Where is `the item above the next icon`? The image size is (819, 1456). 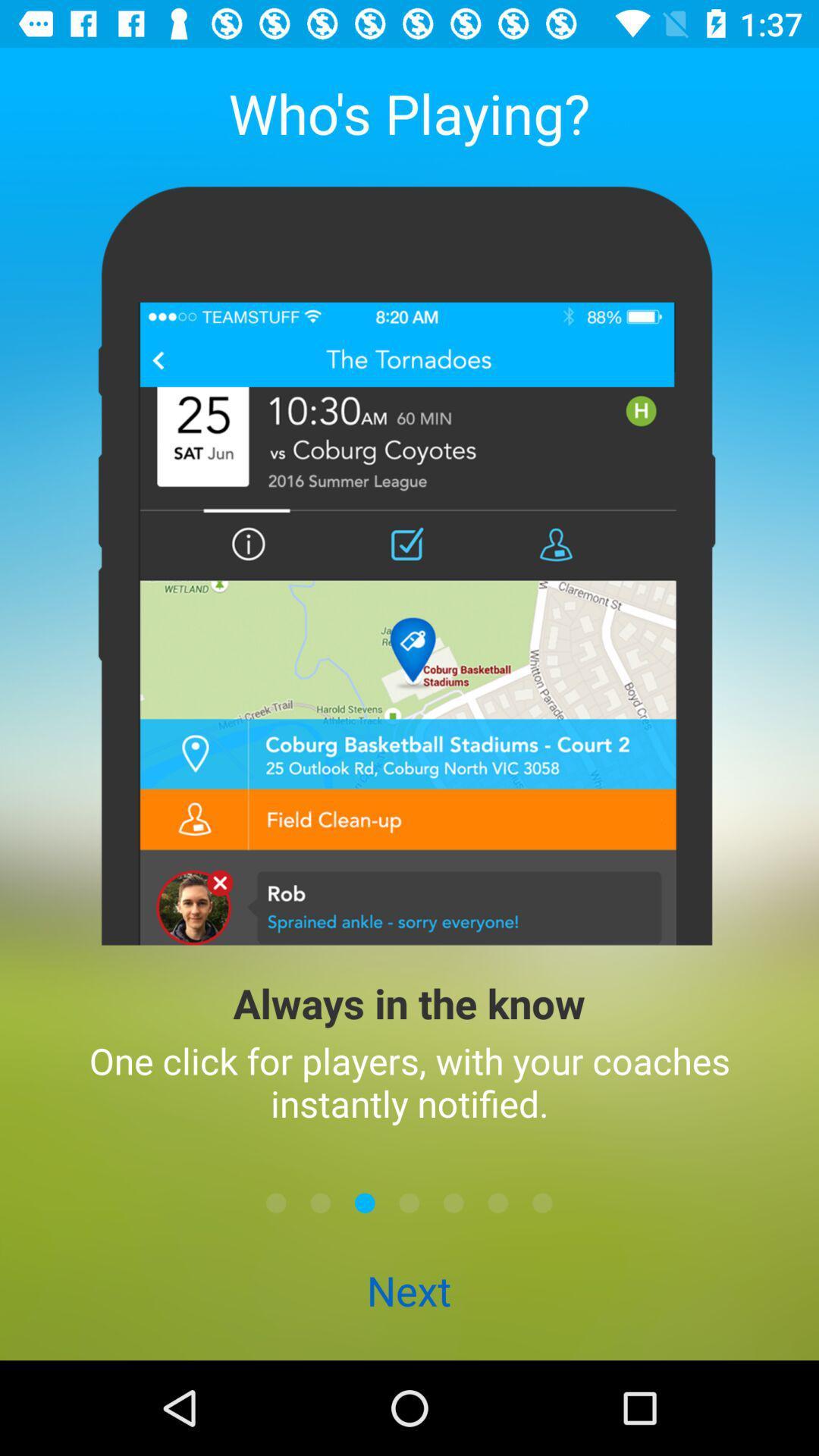 the item above the next icon is located at coordinates (320, 1202).